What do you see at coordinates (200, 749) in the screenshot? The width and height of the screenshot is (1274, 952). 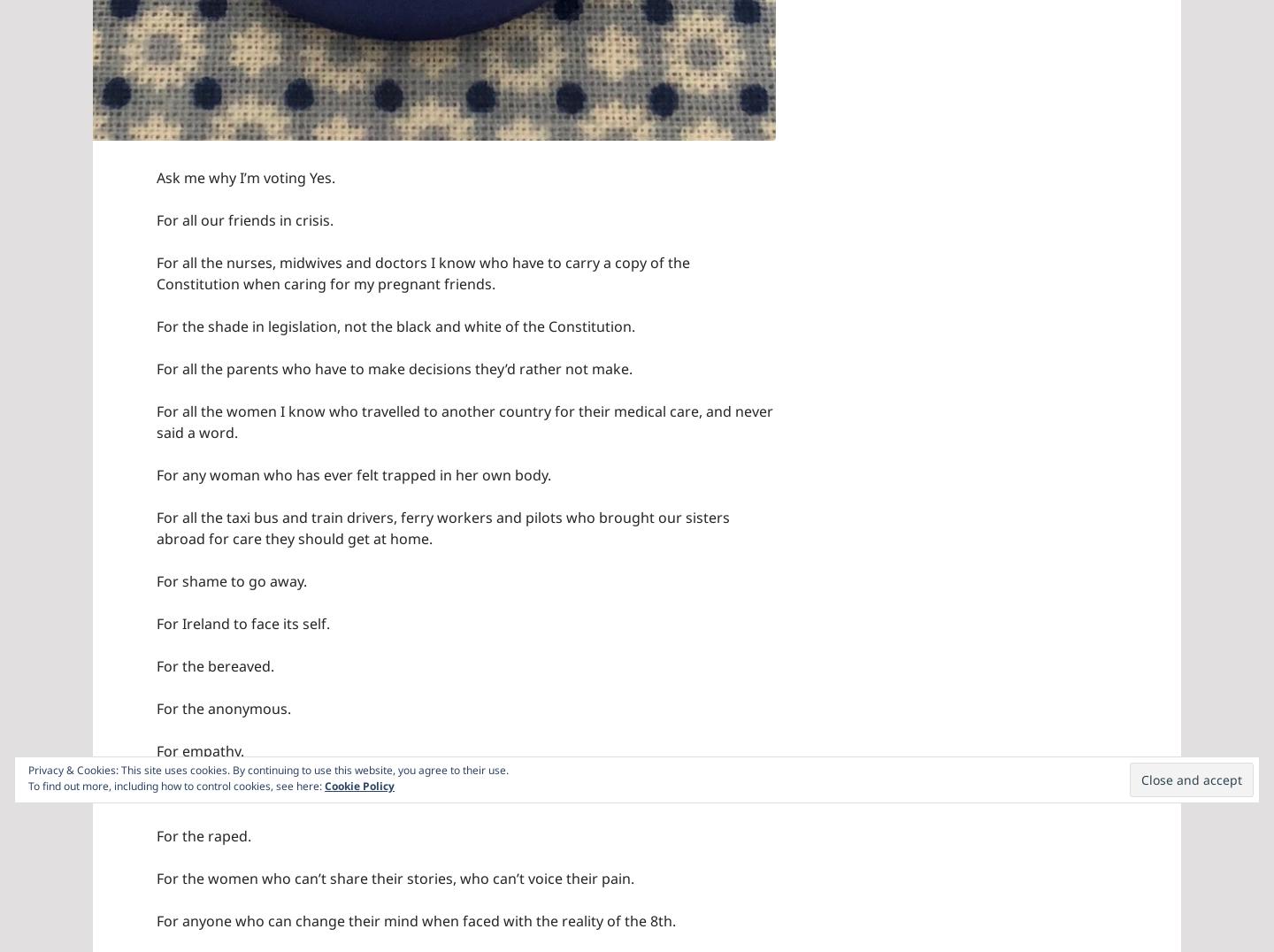 I see `'For empathy.'` at bounding box center [200, 749].